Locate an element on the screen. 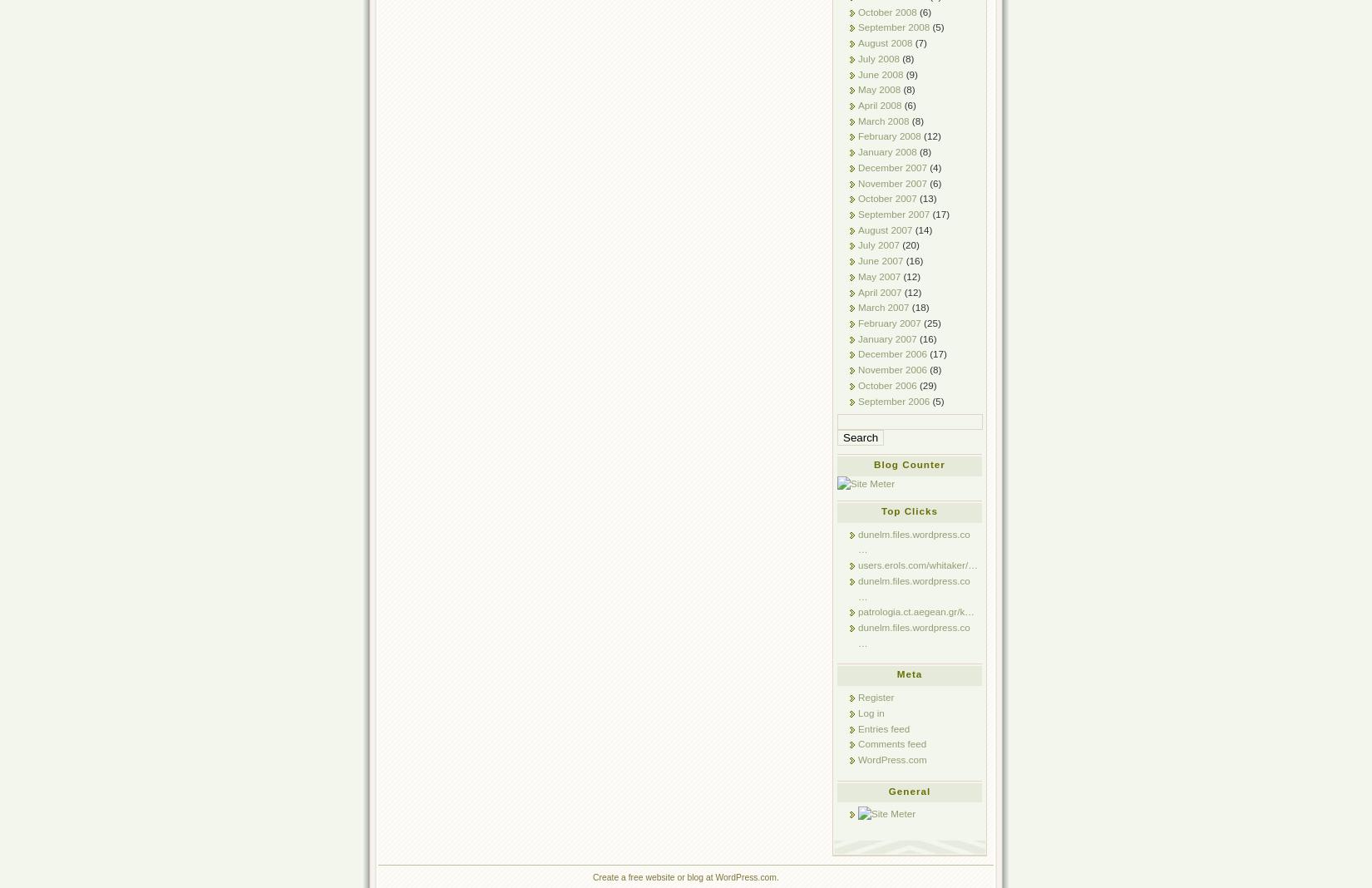 The image size is (1372, 888). 'May 2008' is located at coordinates (879, 88).